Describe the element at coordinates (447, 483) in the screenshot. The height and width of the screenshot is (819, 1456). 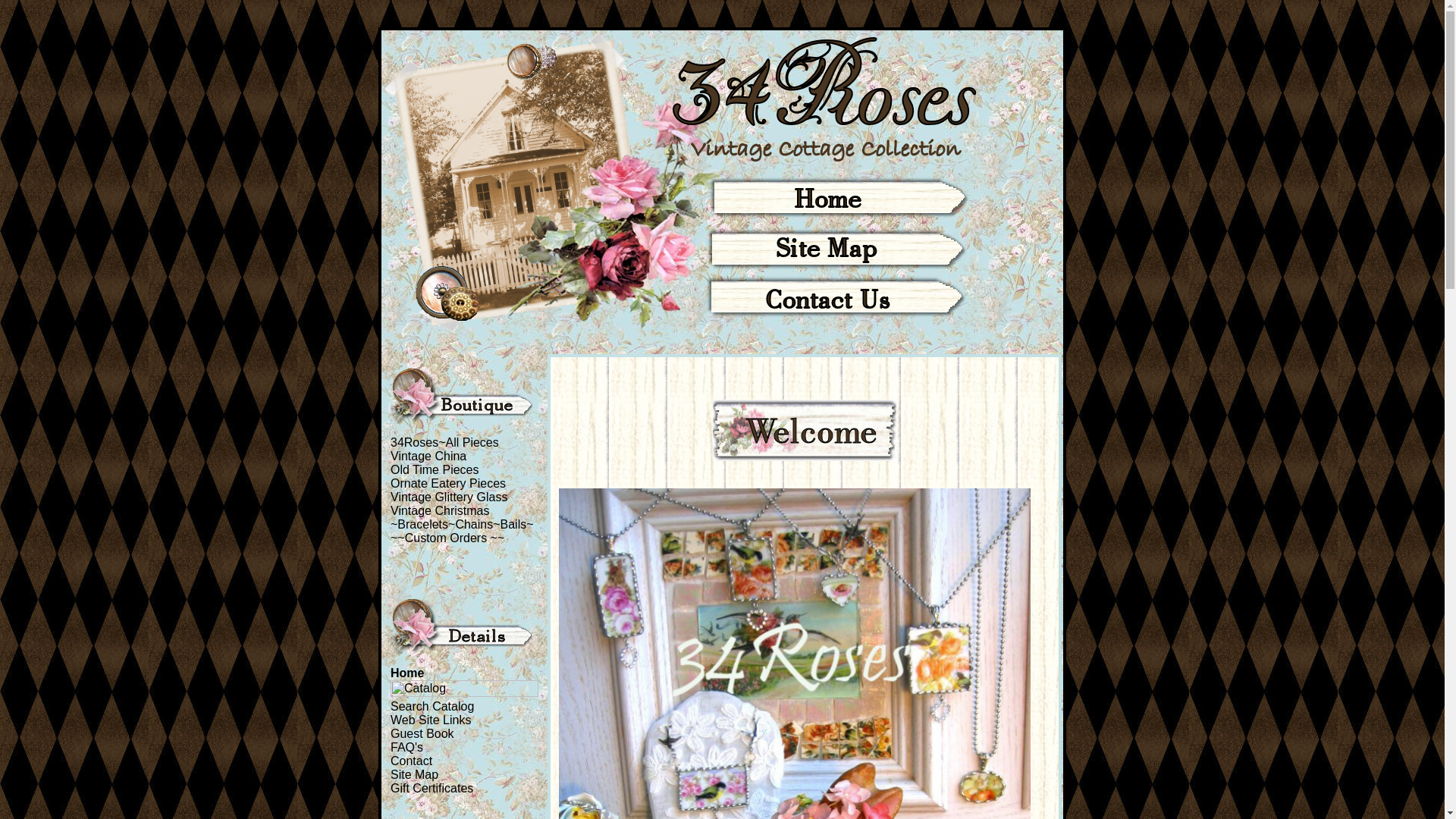
I see `'Ornate Eatery Pieces'` at that location.